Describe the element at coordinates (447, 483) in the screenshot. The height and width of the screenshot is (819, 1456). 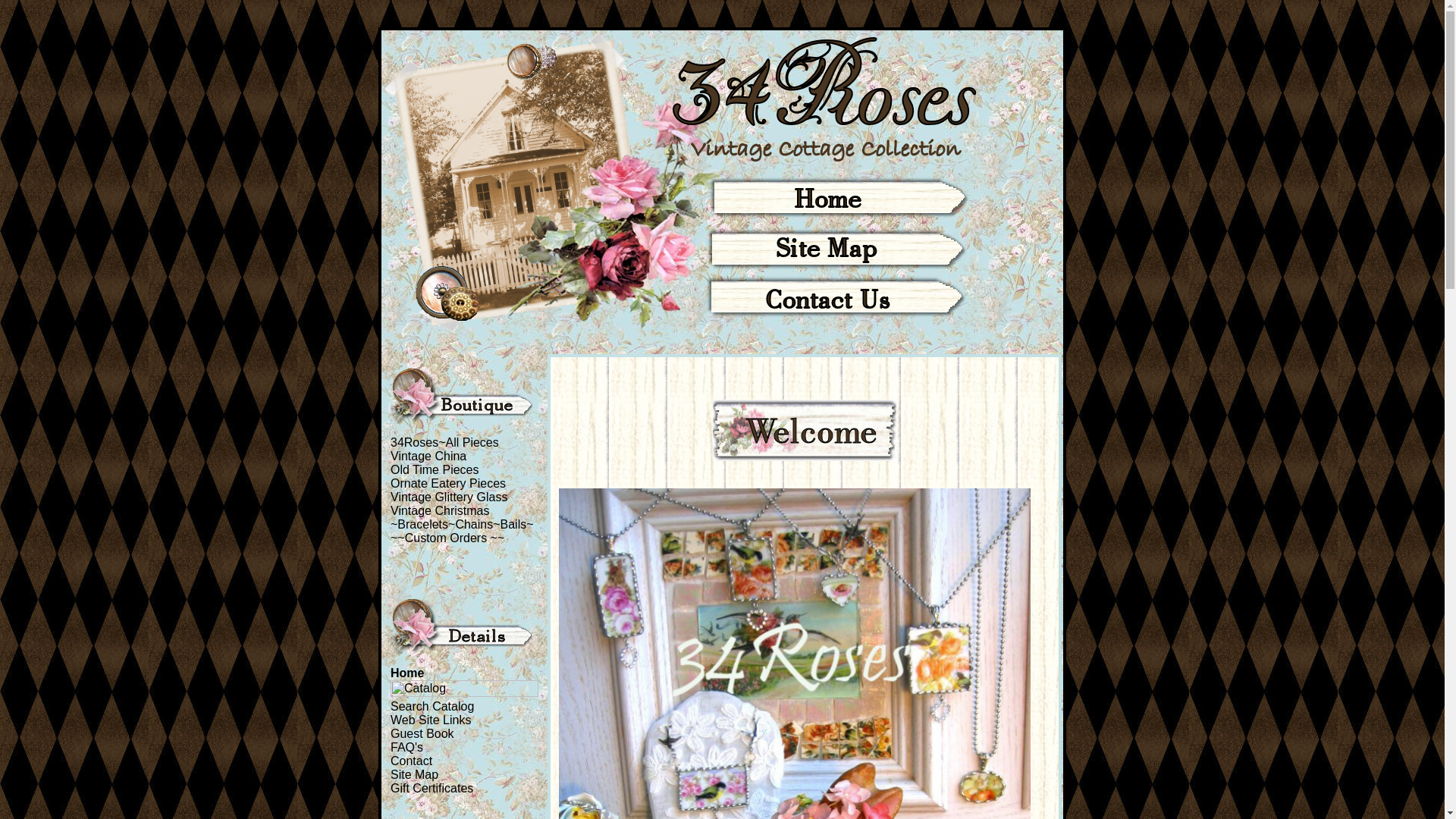
I see `'Ornate Eatery Pieces'` at that location.